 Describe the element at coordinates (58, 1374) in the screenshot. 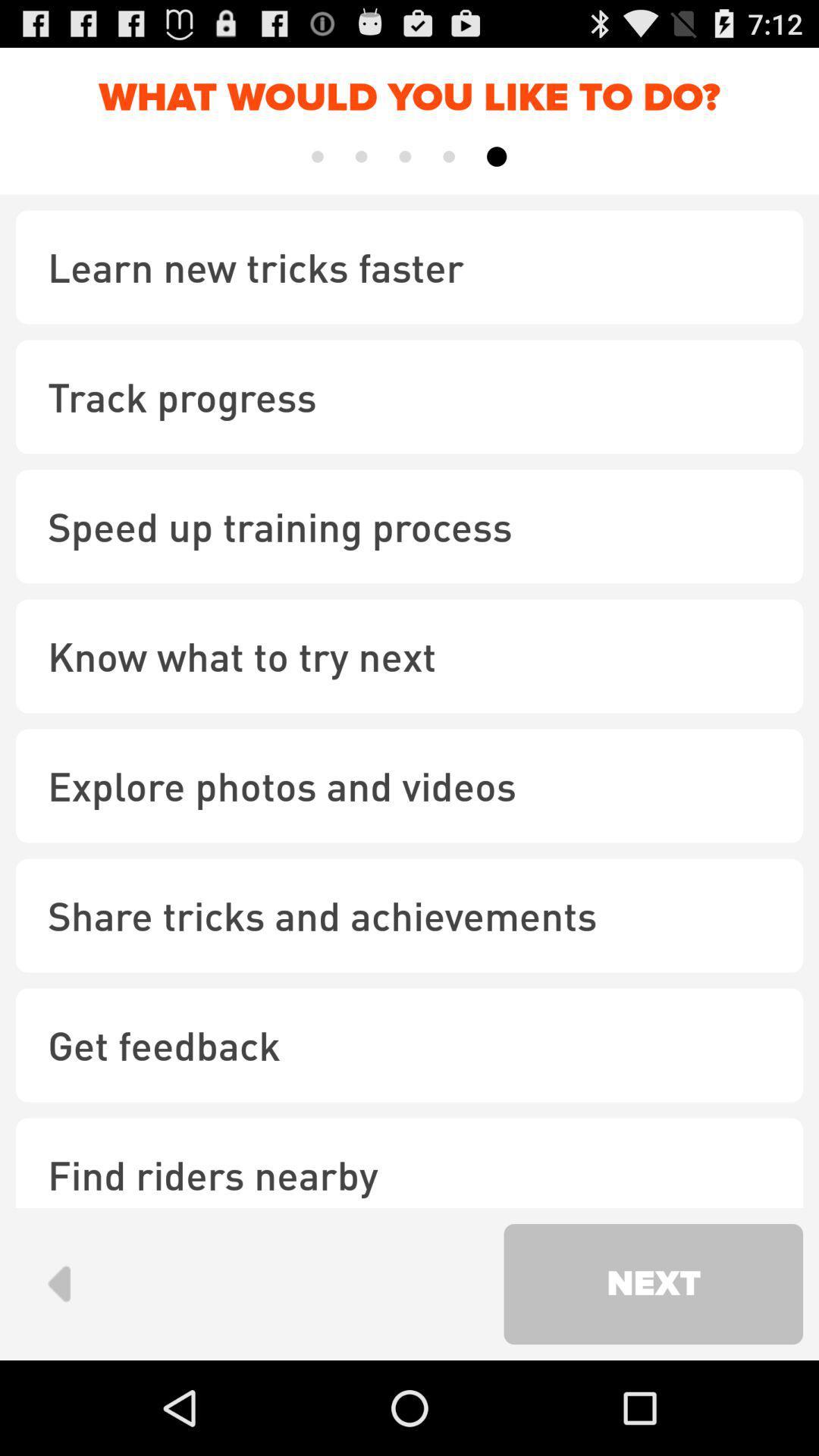

I see `the arrow_backward icon` at that location.